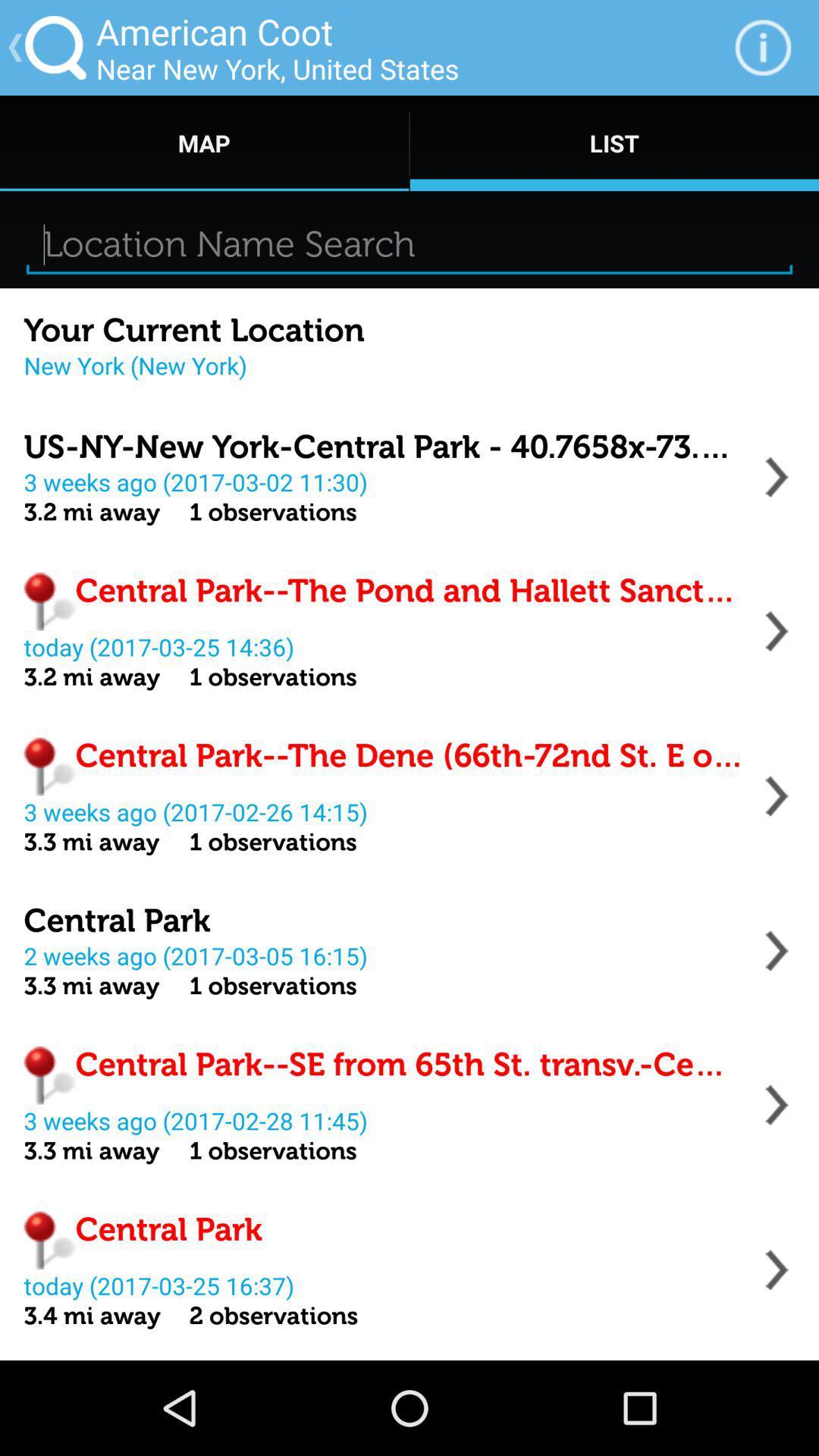 The image size is (819, 1456). Describe the element at coordinates (777, 795) in the screenshot. I see `location` at that location.